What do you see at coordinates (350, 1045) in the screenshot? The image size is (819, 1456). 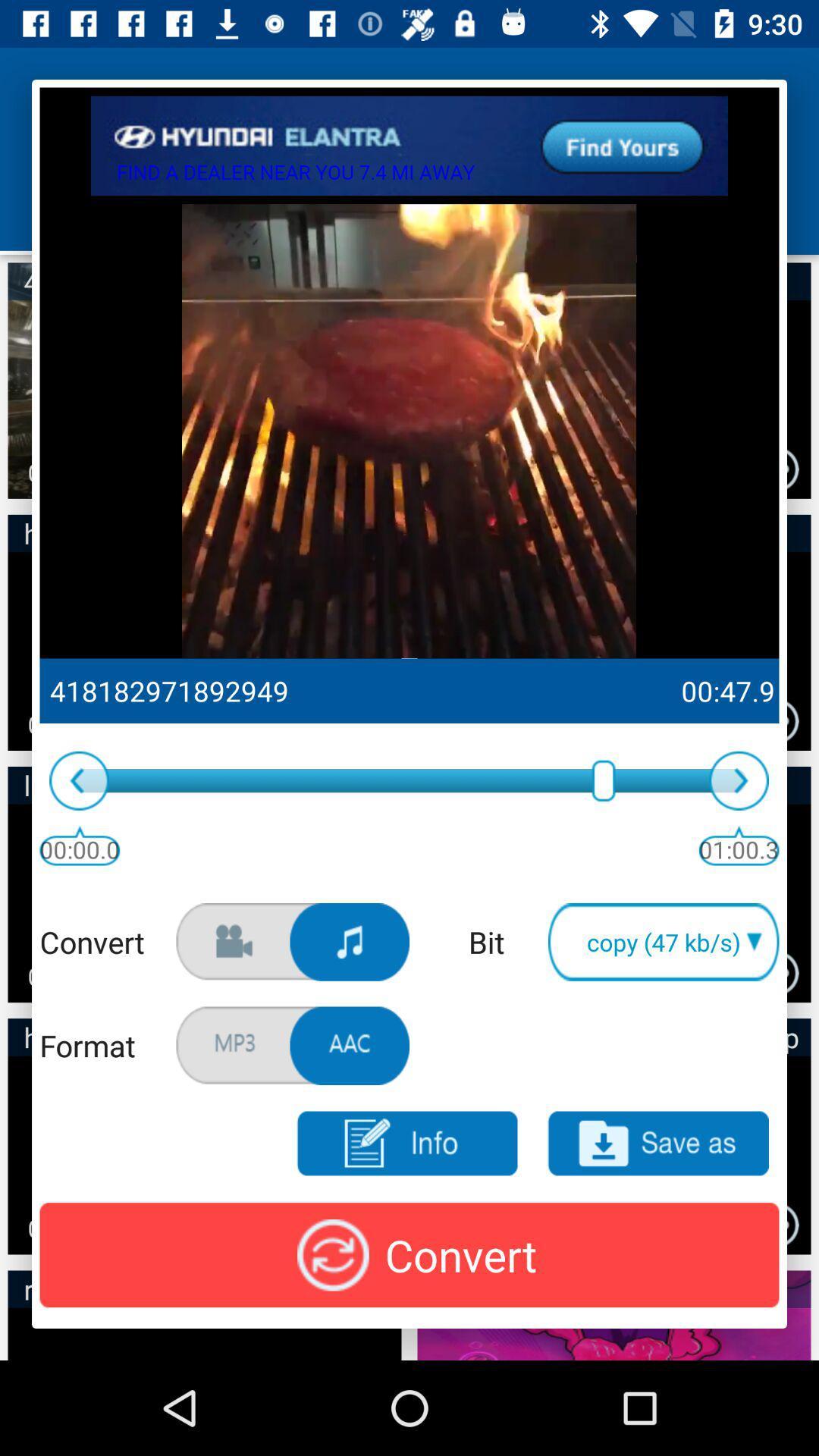 I see `switch to aac format` at bounding box center [350, 1045].